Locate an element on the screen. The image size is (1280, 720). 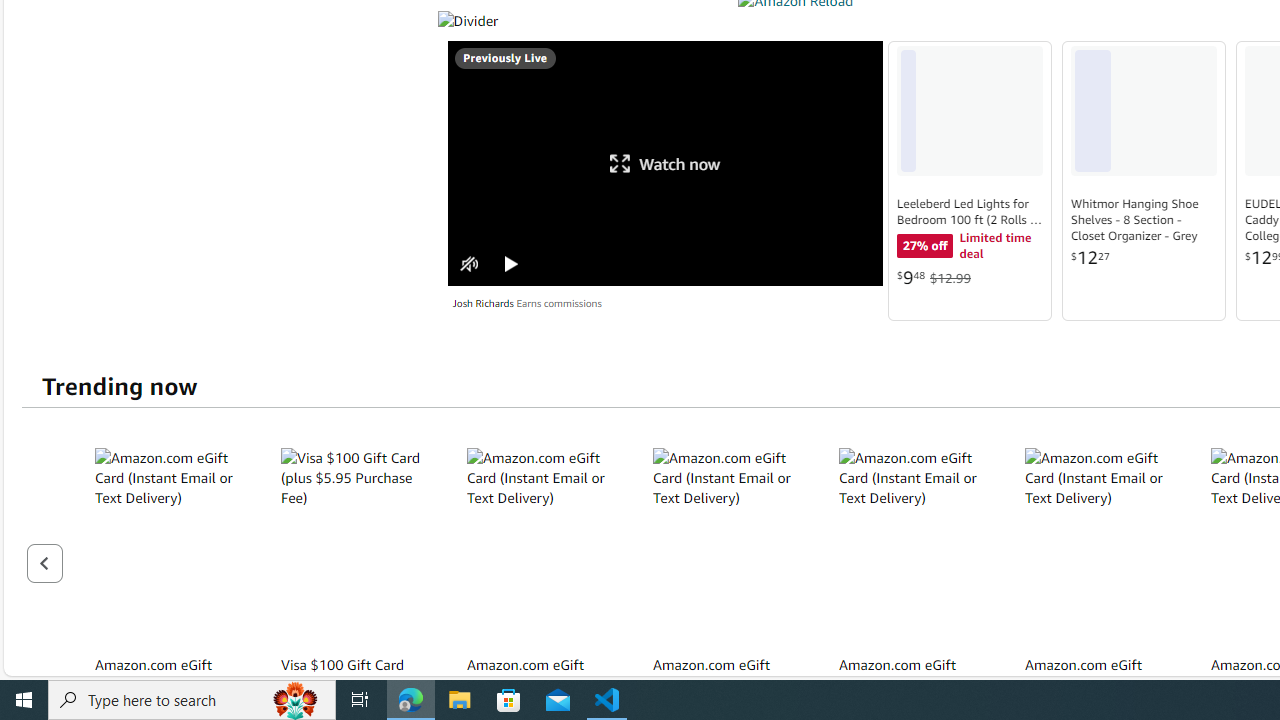
'Visa $100 Gift Card (plus $5.95 Purchase Fee)' is located at coordinates (356, 546).